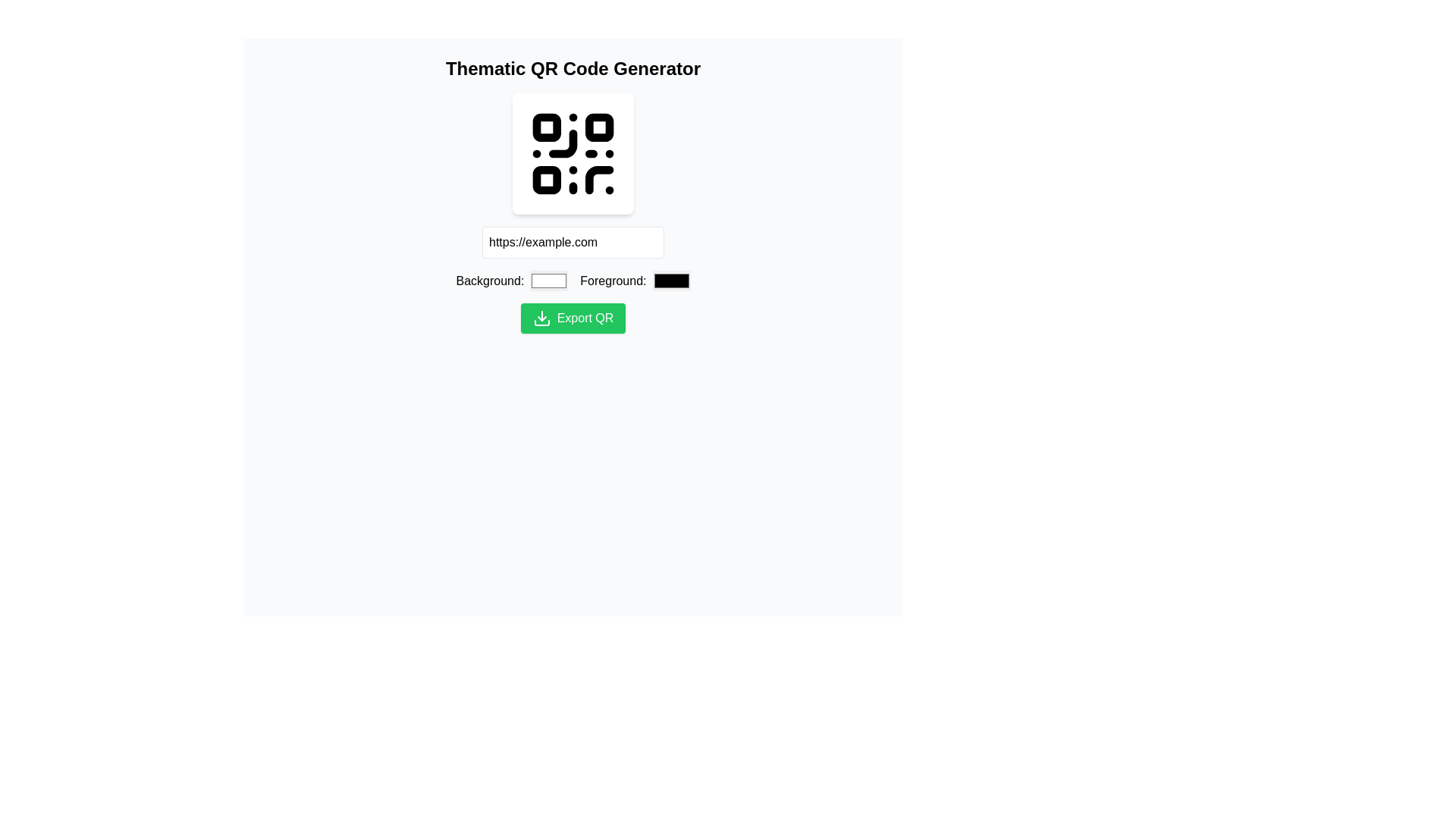 The width and height of the screenshot is (1456, 819). I want to click on second square in the first row of the QR code graphic located at the top-right corner, so click(598, 127).